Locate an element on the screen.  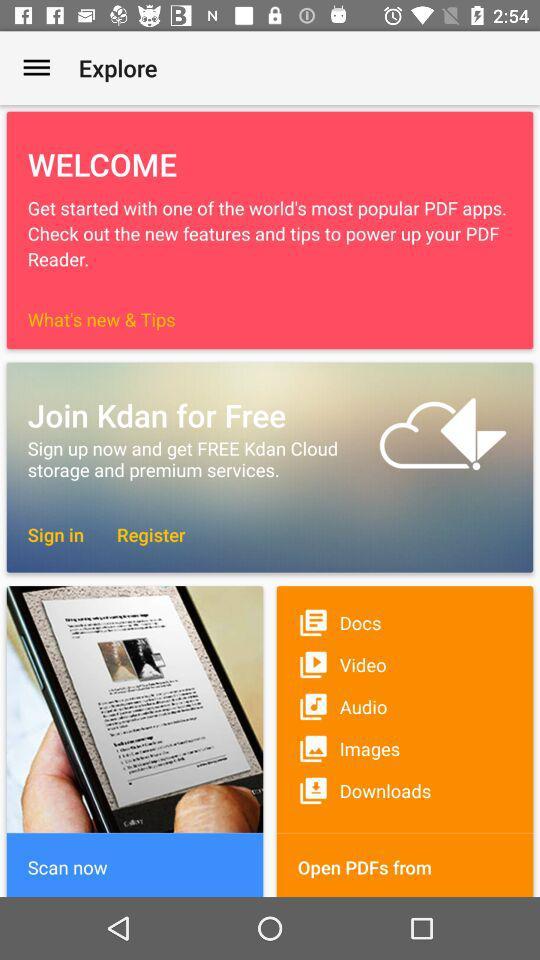
icon below the audio icon is located at coordinates (405, 747).